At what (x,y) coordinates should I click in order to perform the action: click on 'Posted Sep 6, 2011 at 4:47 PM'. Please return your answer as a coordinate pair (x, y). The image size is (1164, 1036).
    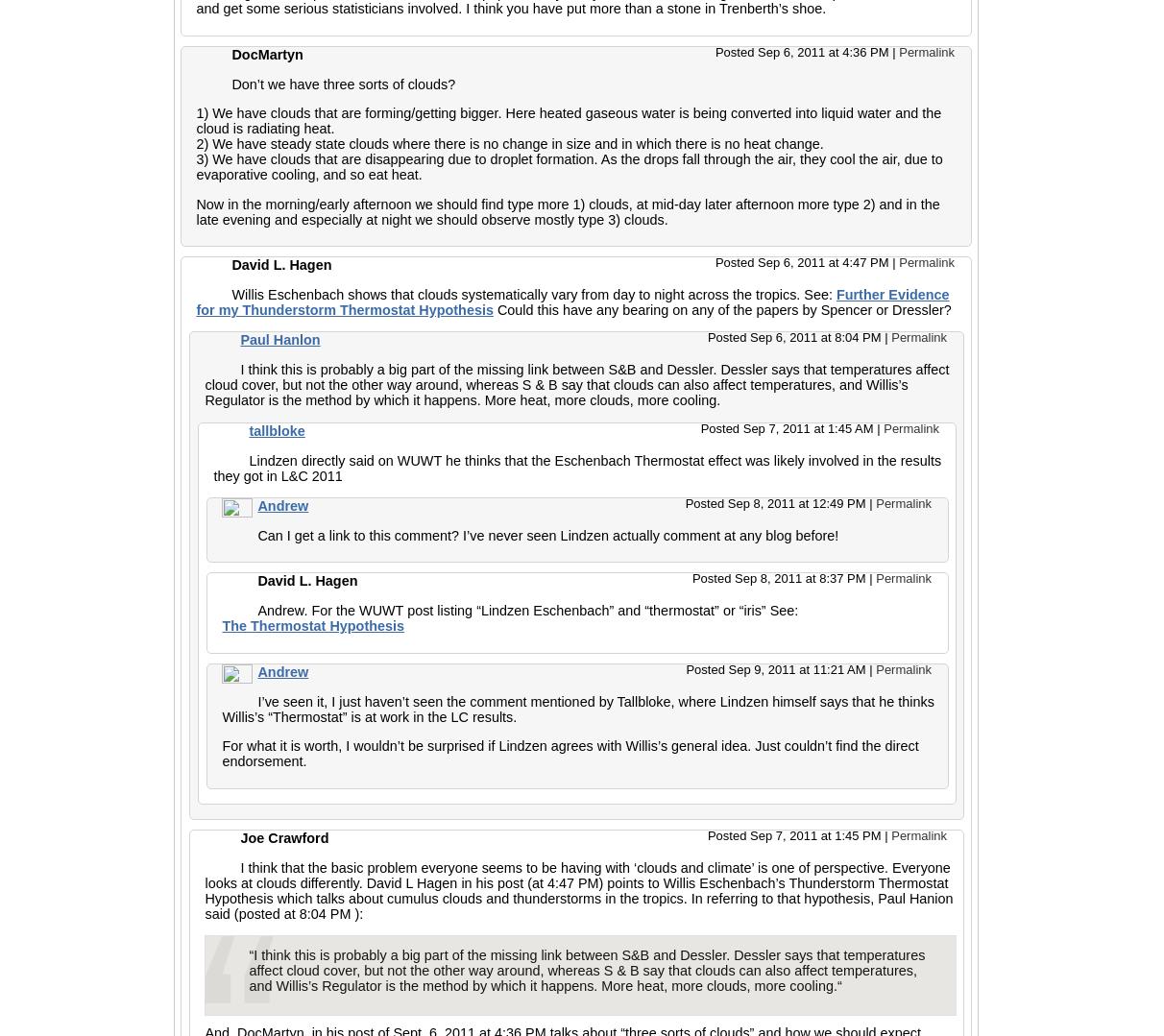
    Looking at the image, I should click on (715, 261).